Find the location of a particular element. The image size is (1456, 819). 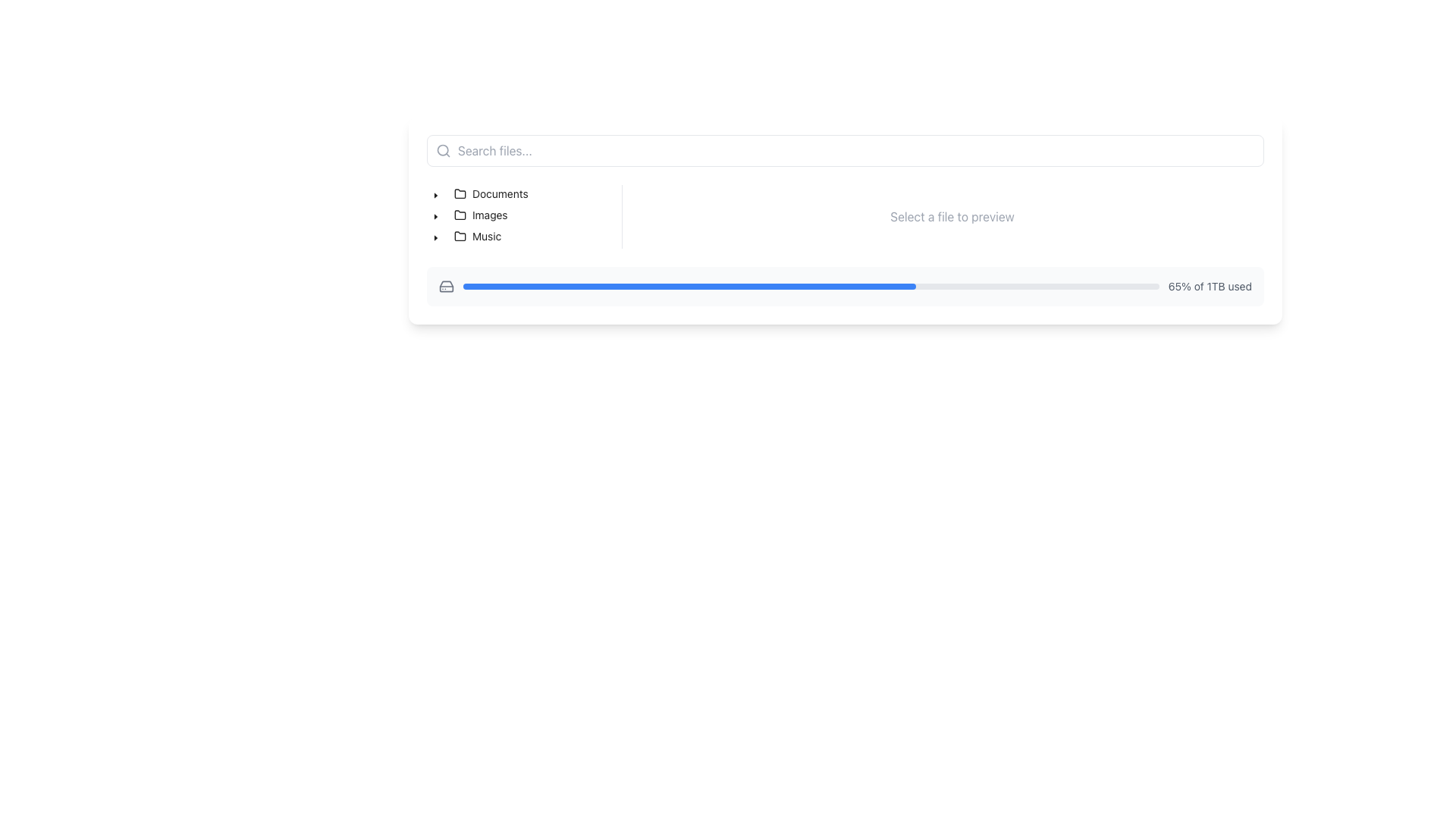

the Expander toggle is located at coordinates (435, 193).